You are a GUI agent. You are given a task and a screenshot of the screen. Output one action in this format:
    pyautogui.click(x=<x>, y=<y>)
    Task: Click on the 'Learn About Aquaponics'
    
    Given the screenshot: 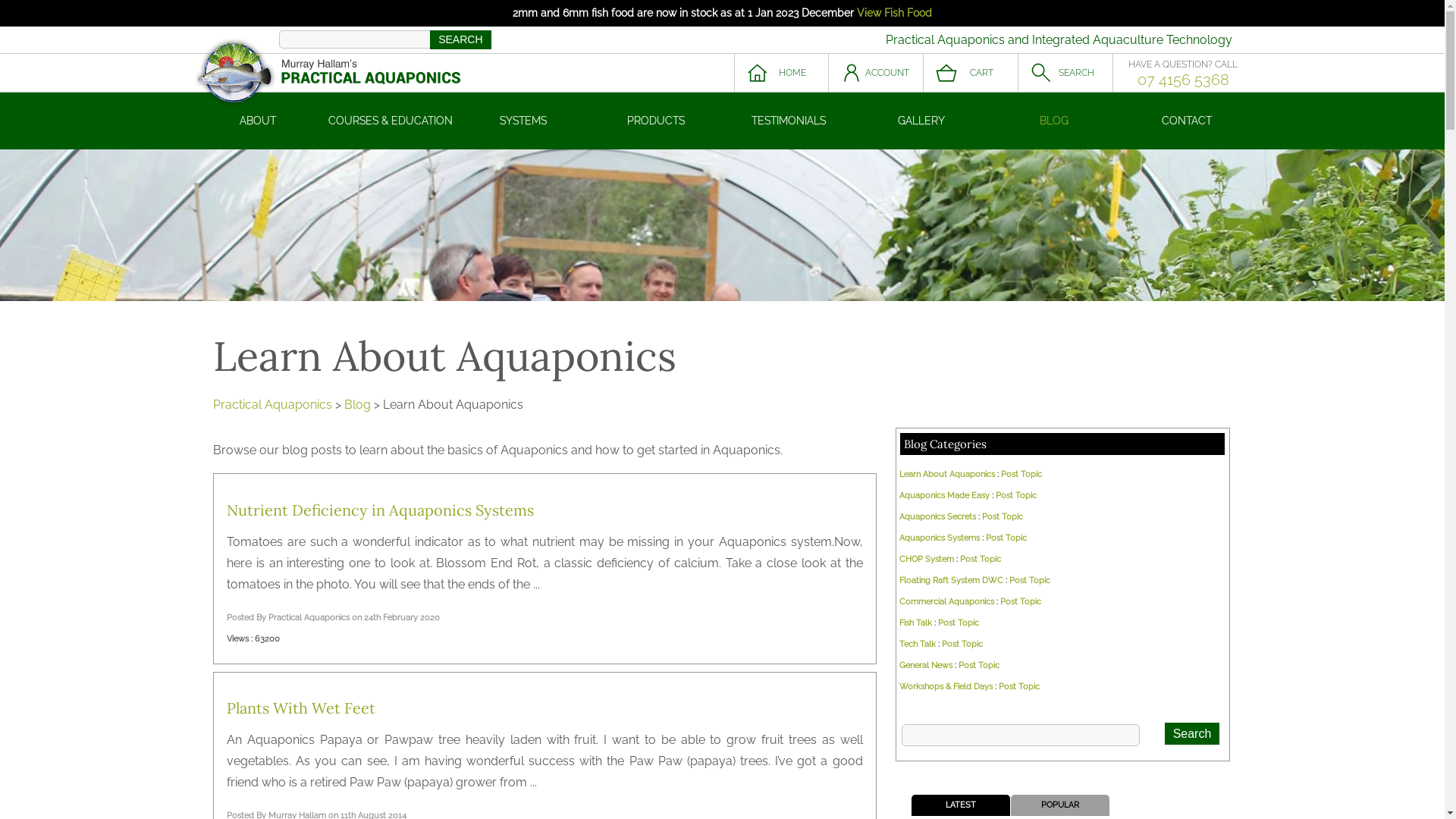 What is the action you would take?
    pyautogui.click(x=946, y=473)
    